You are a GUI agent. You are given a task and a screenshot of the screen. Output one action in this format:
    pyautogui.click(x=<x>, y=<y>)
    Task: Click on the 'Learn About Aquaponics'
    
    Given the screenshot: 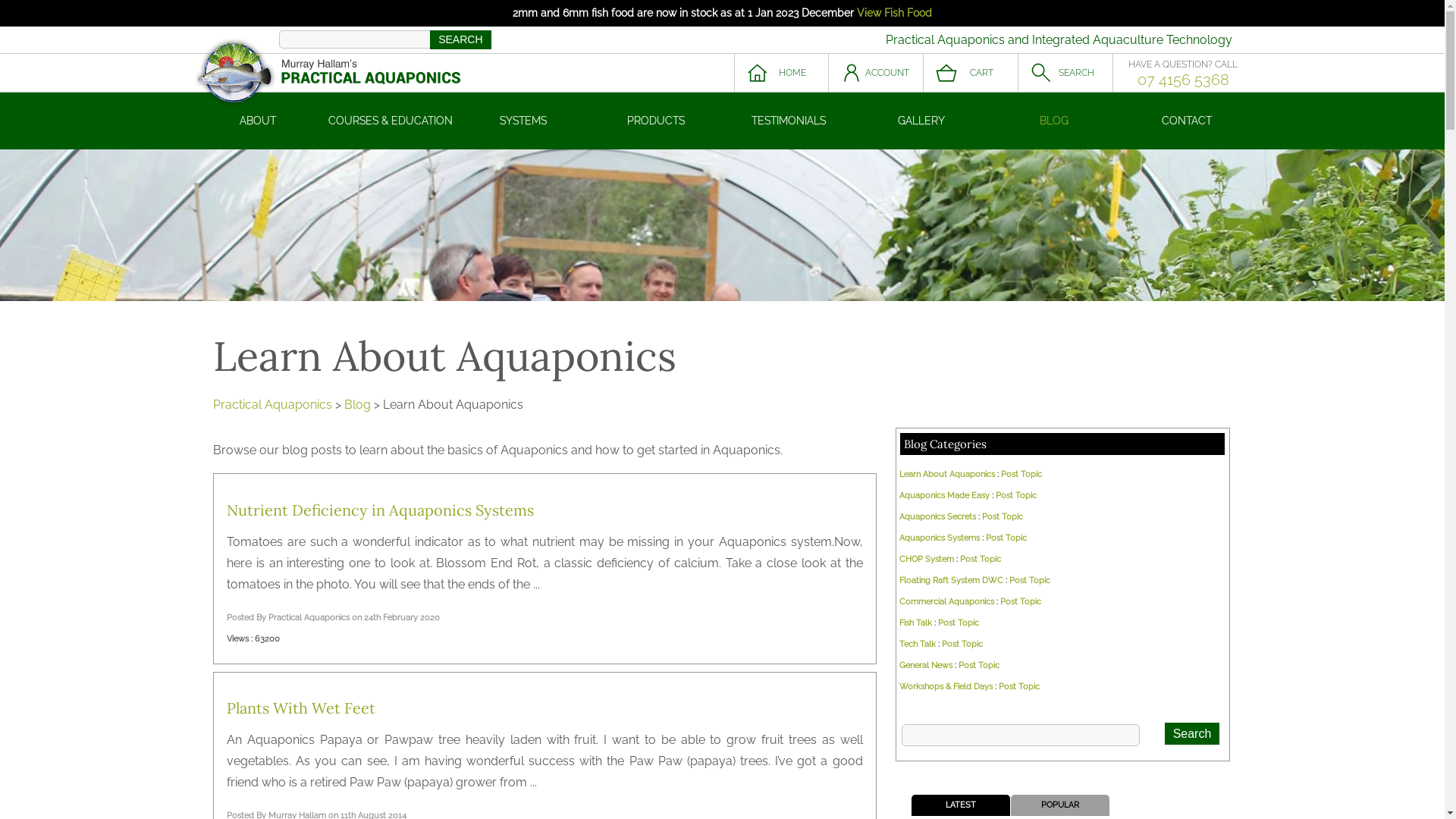 What is the action you would take?
    pyautogui.click(x=946, y=473)
    